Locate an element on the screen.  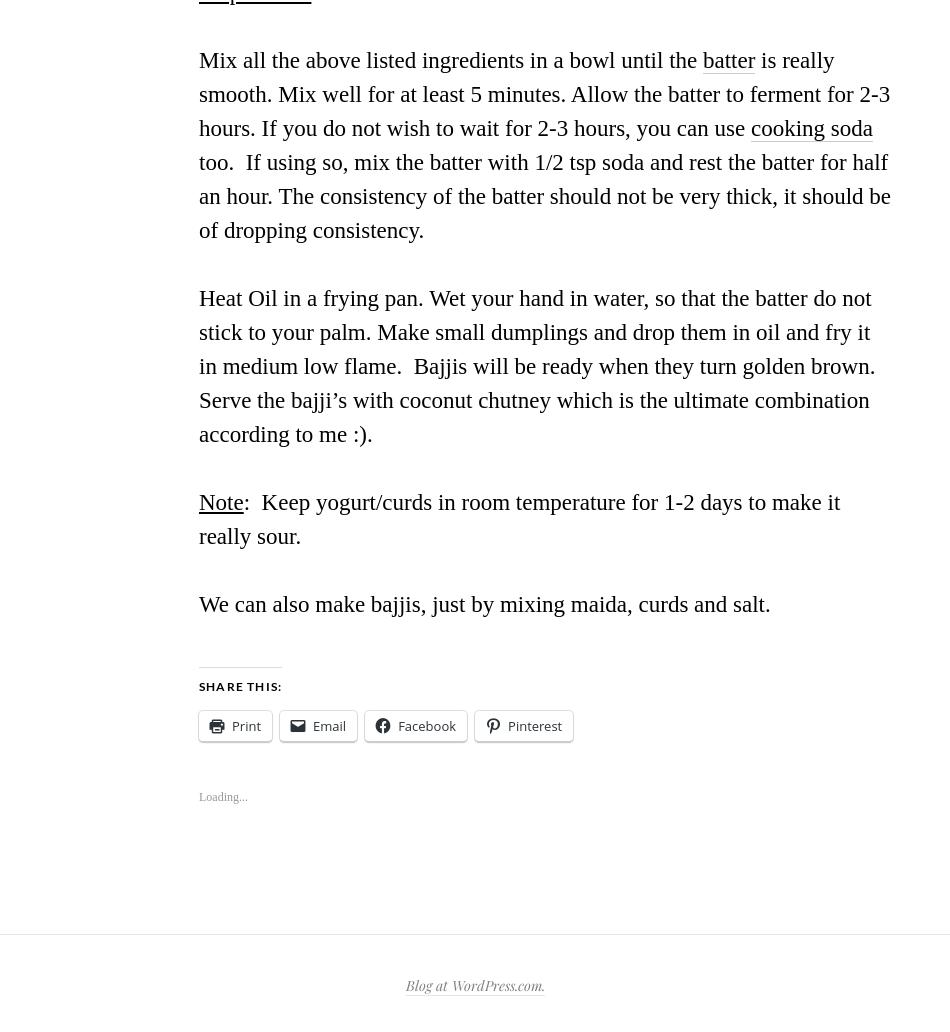
'is really smooth. Mix well for at least 5 minutes. Allow the batter to ferment for 2-3 hours. If you do not wish to wait for 2-3 hours, you can use' is located at coordinates (199, 94).